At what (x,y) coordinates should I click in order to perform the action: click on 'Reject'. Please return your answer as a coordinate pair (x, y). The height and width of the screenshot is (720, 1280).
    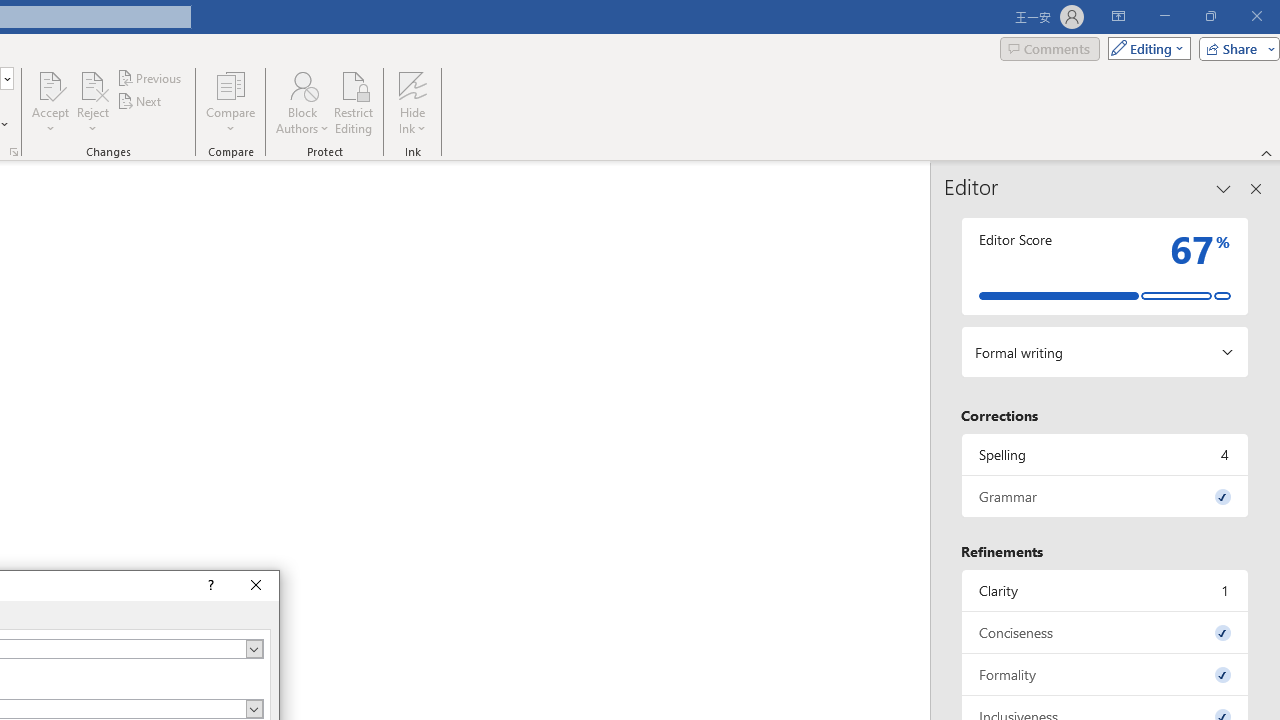
    Looking at the image, I should click on (91, 103).